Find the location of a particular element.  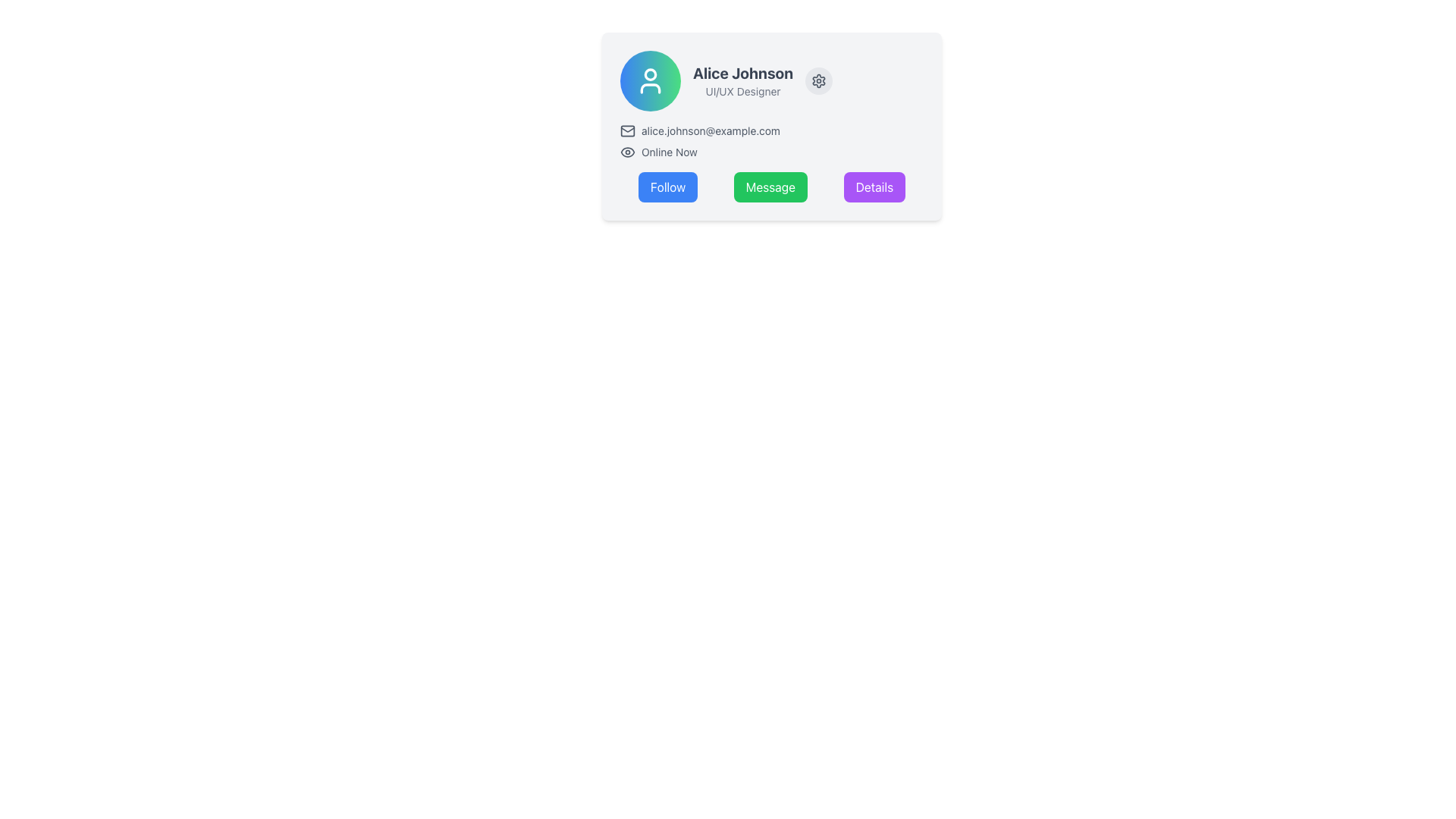

the Information display area that shows the user's contact email and online status, located centrally beneath the title and job description ('Alice Johnson', 'UI/UX Designer') is located at coordinates (771, 141).